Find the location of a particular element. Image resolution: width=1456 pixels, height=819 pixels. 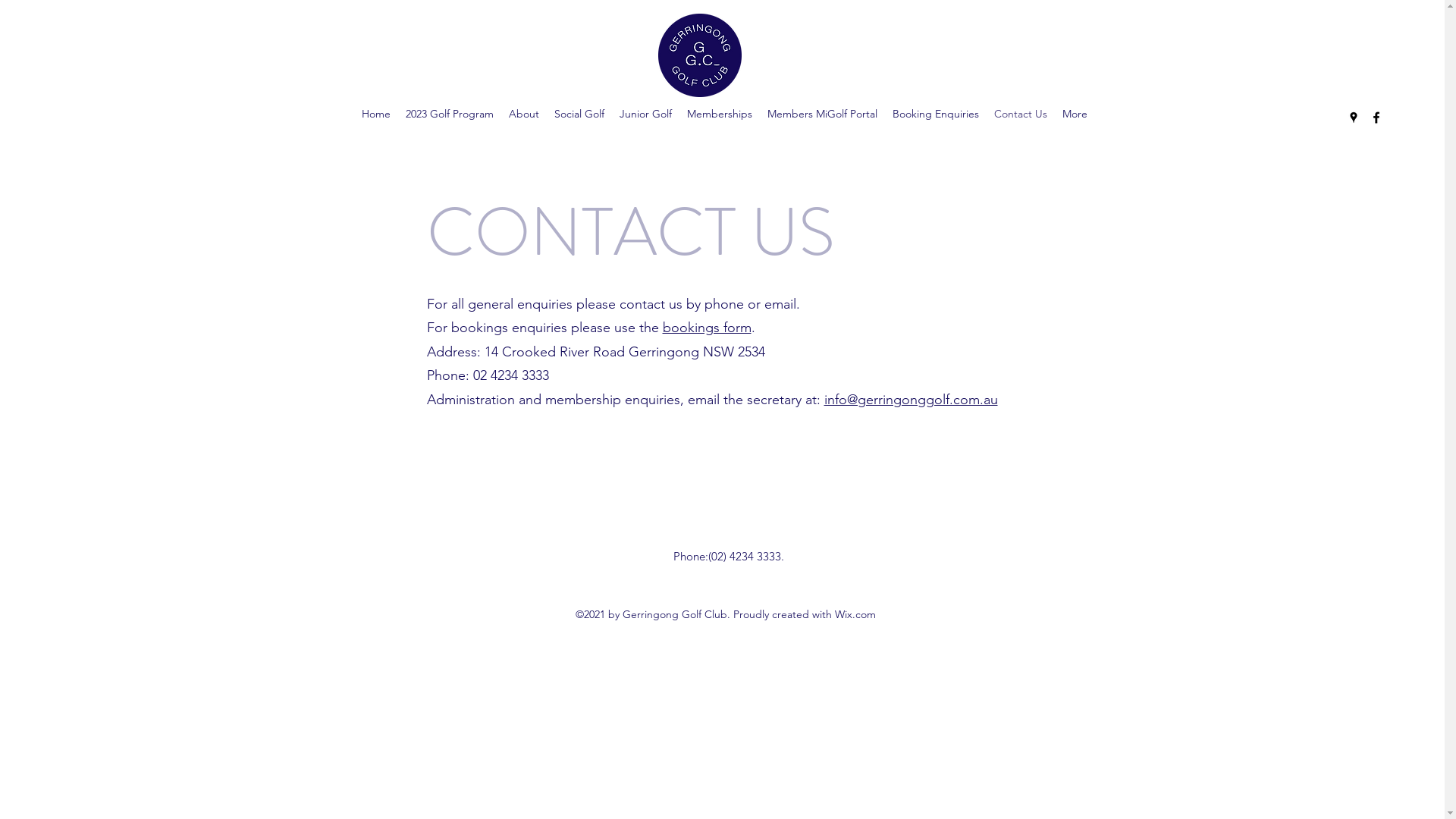

'Members MiGolf Portal' is located at coordinates (821, 113).